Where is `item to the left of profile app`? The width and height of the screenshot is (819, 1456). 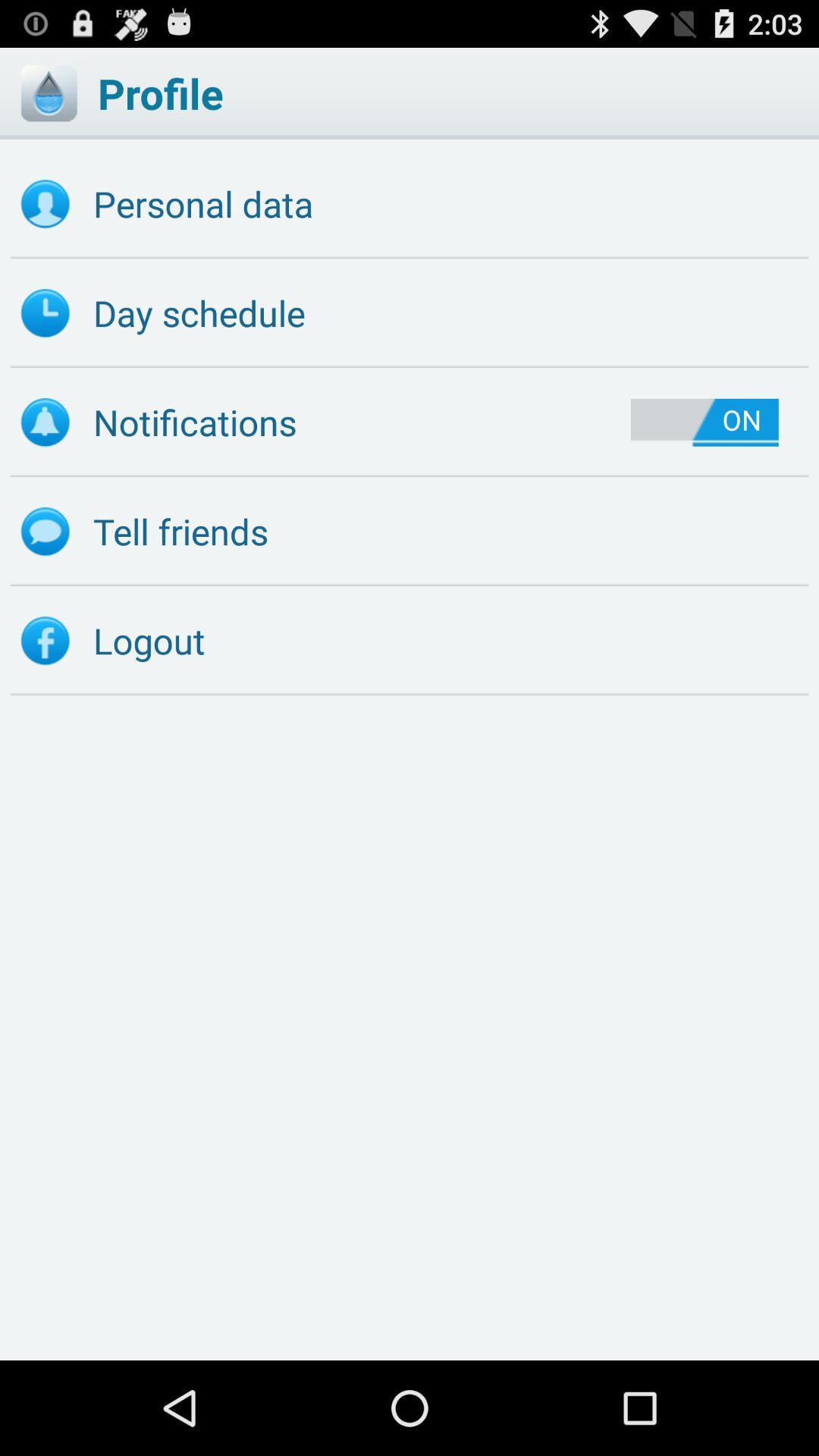
item to the left of profile app is located at coordinates (48, 93).